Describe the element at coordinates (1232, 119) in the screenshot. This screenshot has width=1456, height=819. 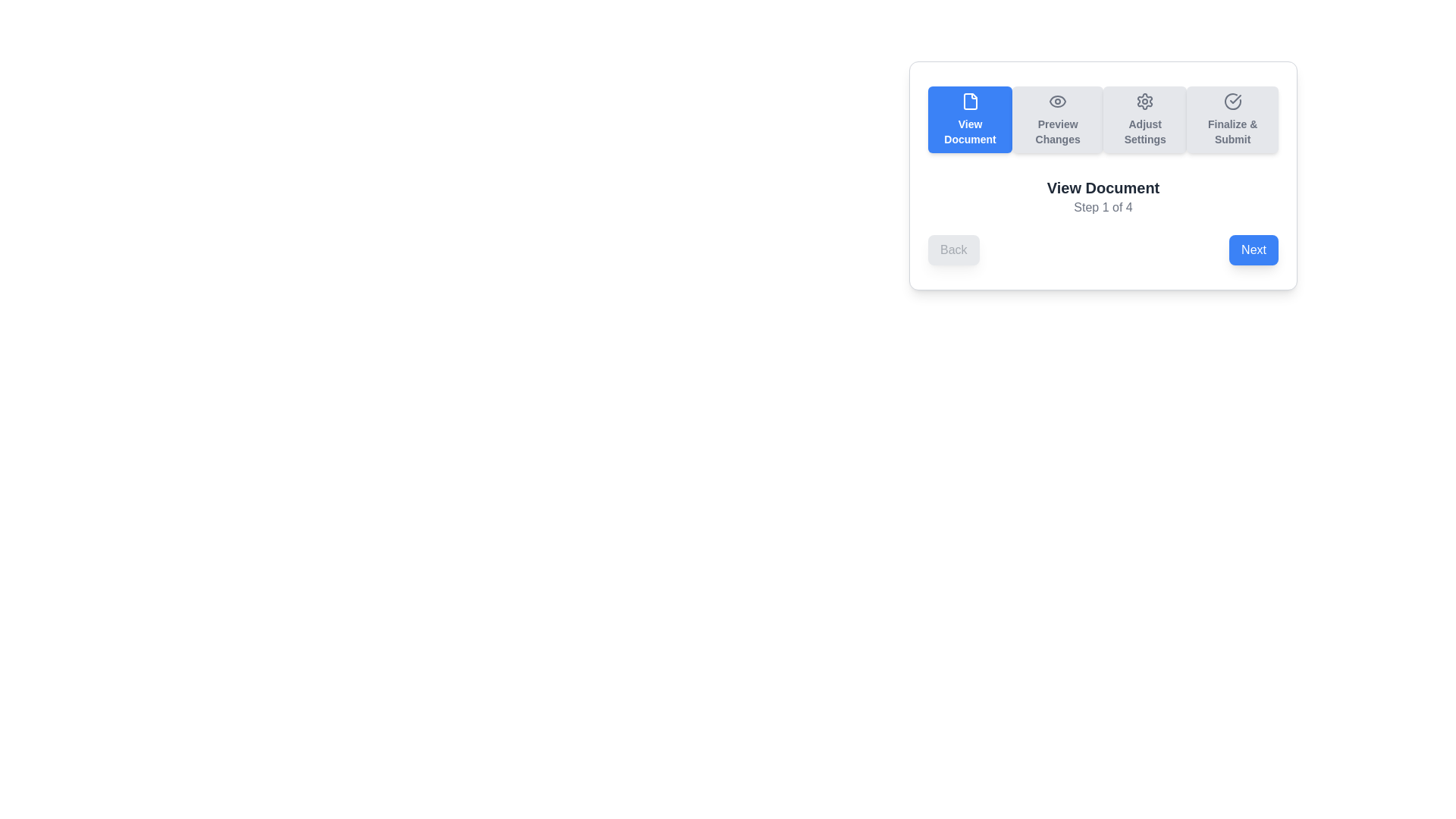
I see `the button corresponding to Finalize & Submit` at that location.